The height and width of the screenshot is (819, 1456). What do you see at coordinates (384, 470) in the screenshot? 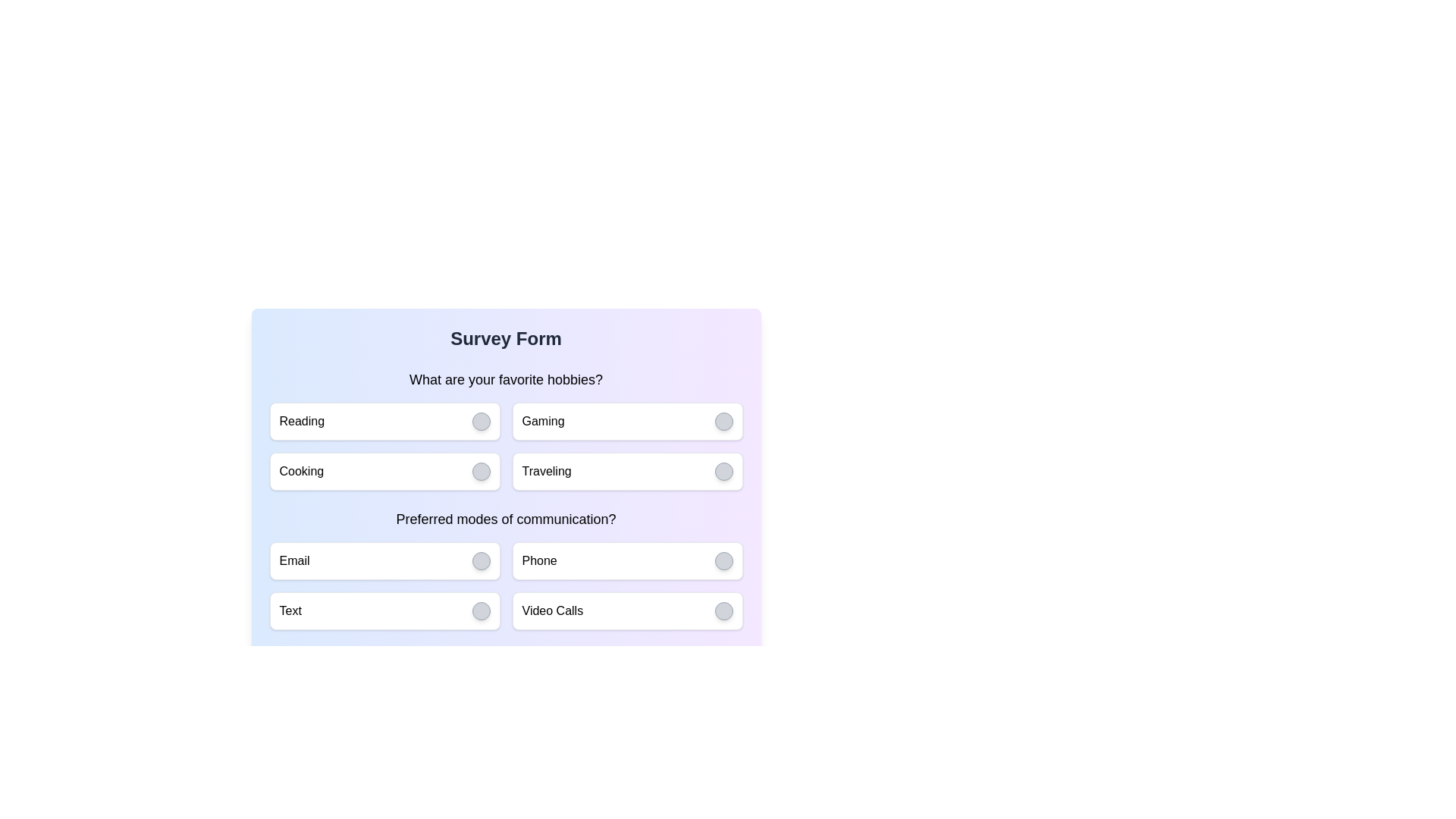
I see `the 'Cooking' option selector checkbox in the survey form, which is the third item in a two-row grid under 'What are your favorite hobbies?'` at bounding box center [384, 470].